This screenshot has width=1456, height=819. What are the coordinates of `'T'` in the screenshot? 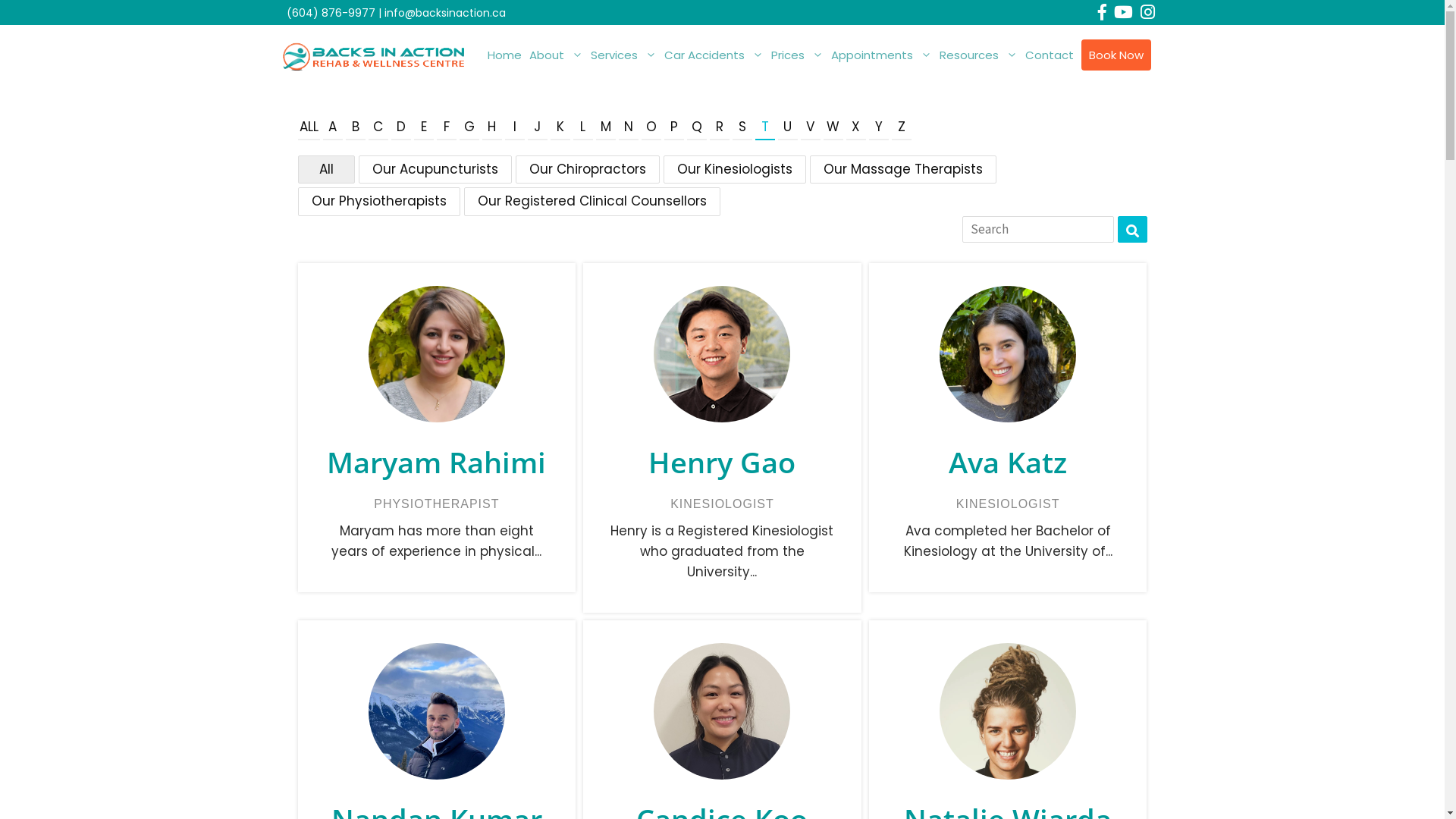 It's located at (764, 127).